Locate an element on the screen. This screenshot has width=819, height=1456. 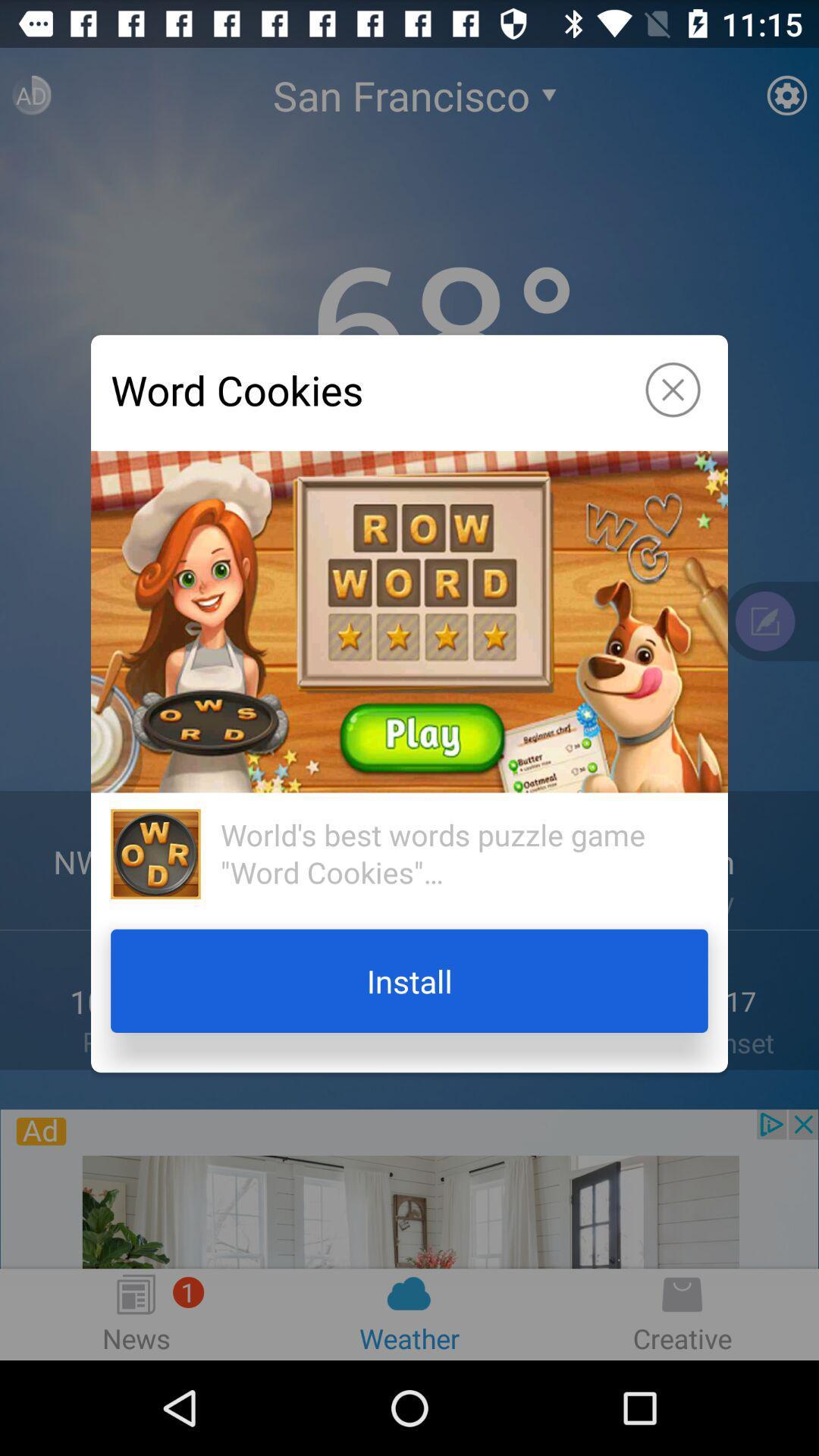
the app next to the word cookies is located at coordinates (672, 390).